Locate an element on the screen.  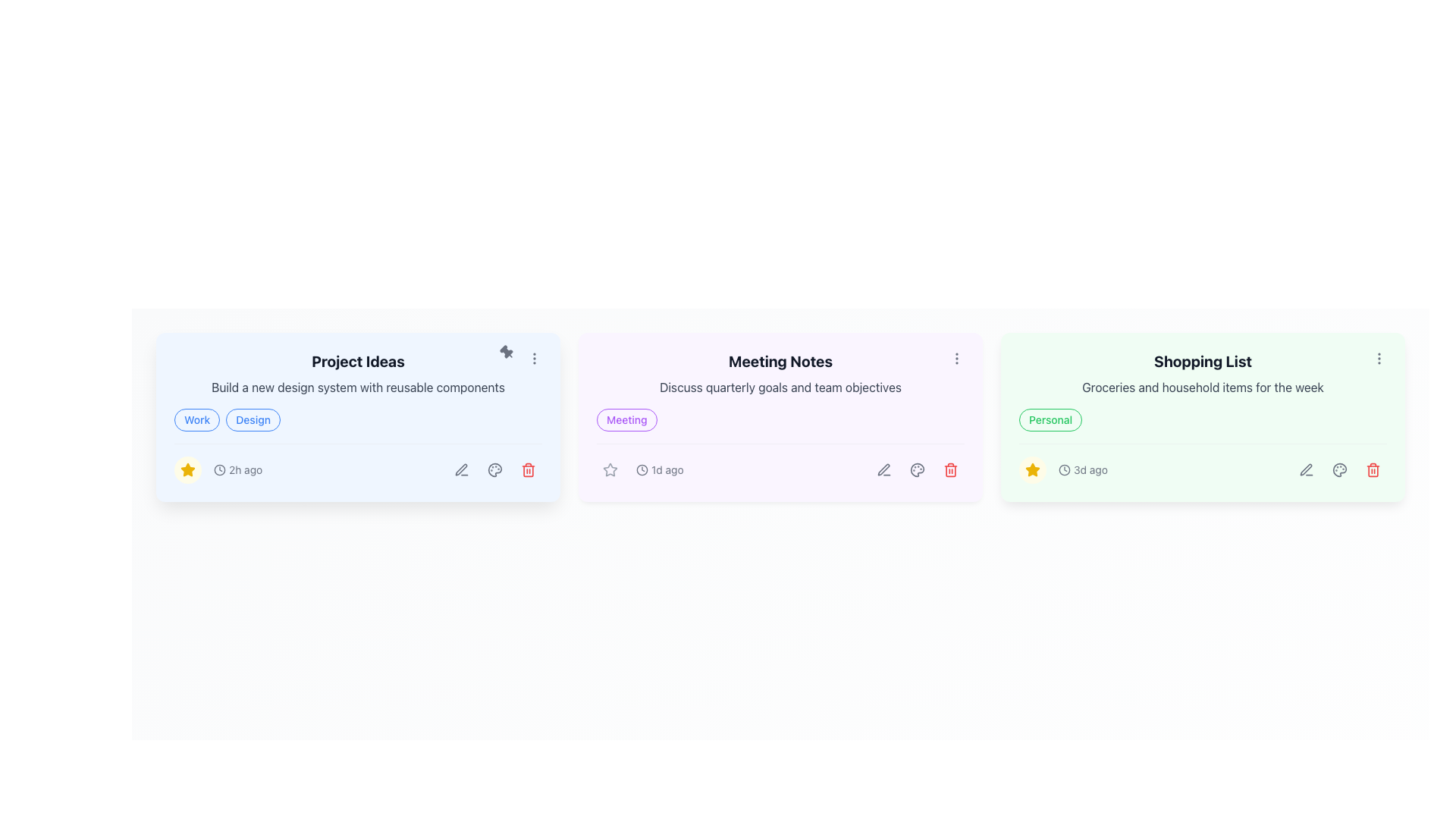
the visual divider element, which is a thin horizontal line with a purple background located at the bottom of the 'Meeting Notes' card is located at coordinates (780, 500).